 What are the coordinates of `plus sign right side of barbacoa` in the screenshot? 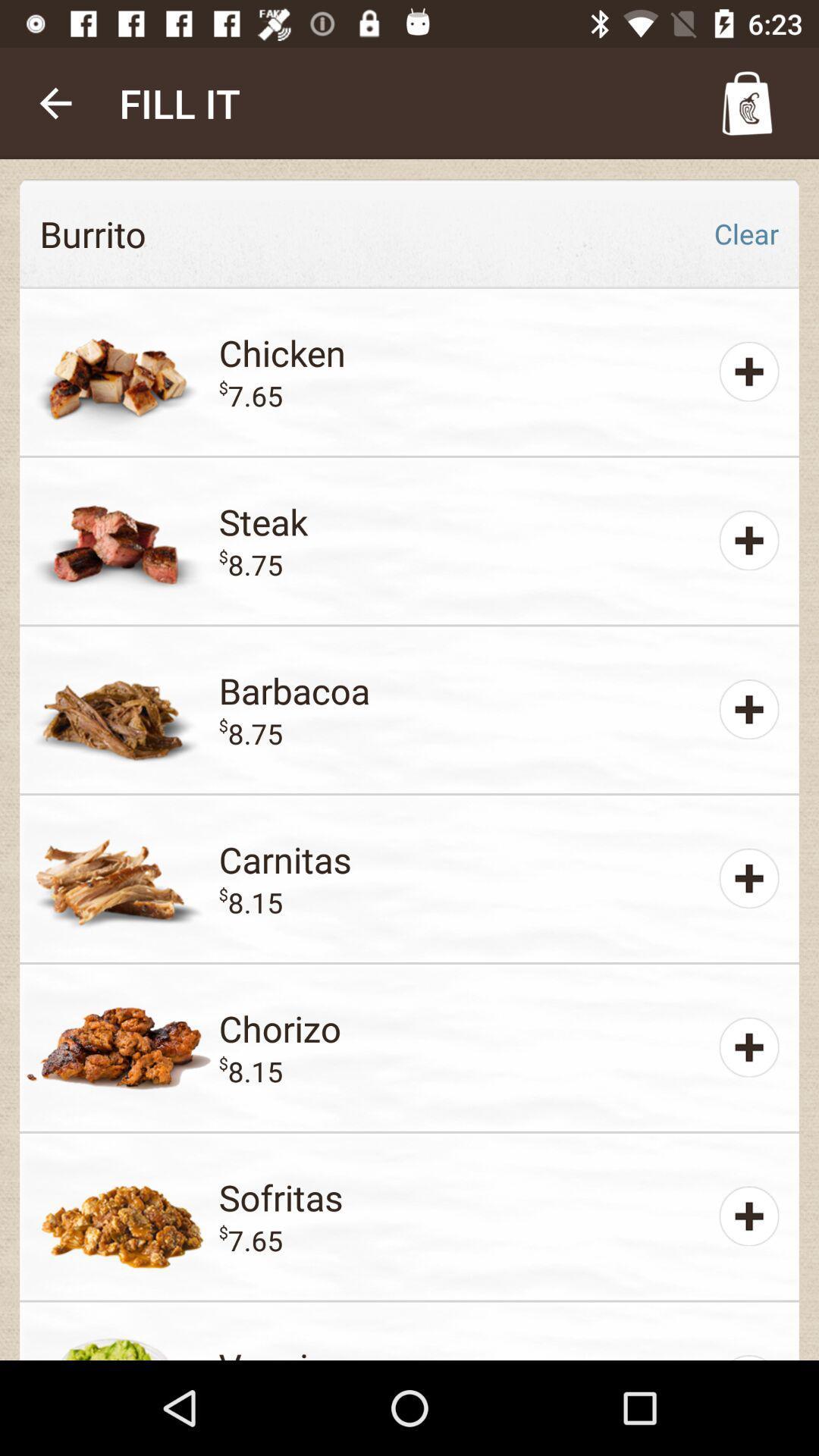 It's located at (748, 708).